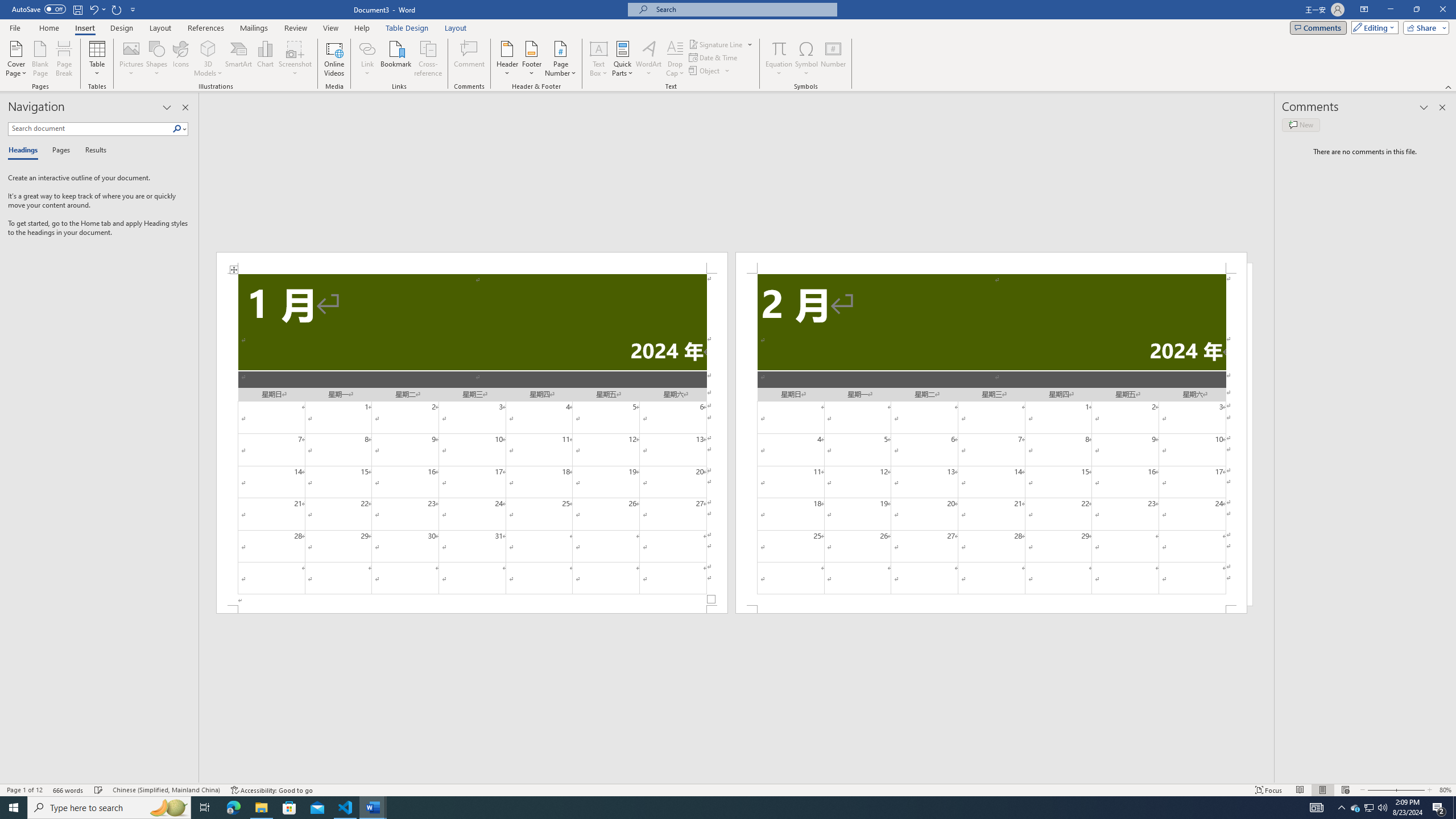  I want to click on 'Repeat Doc Close', so click(117, 9).